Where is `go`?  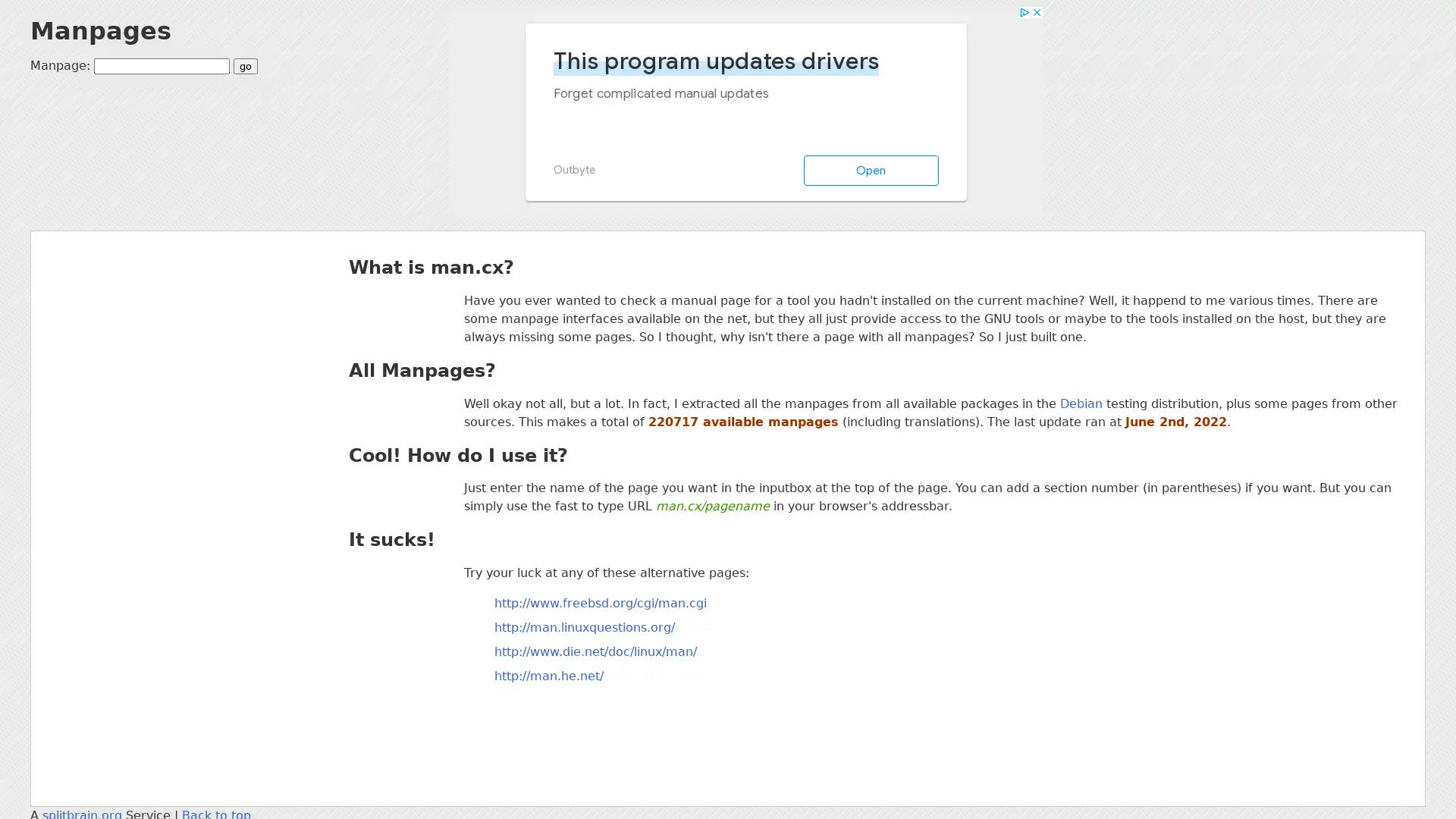 go is located at coordinates (246, 64).